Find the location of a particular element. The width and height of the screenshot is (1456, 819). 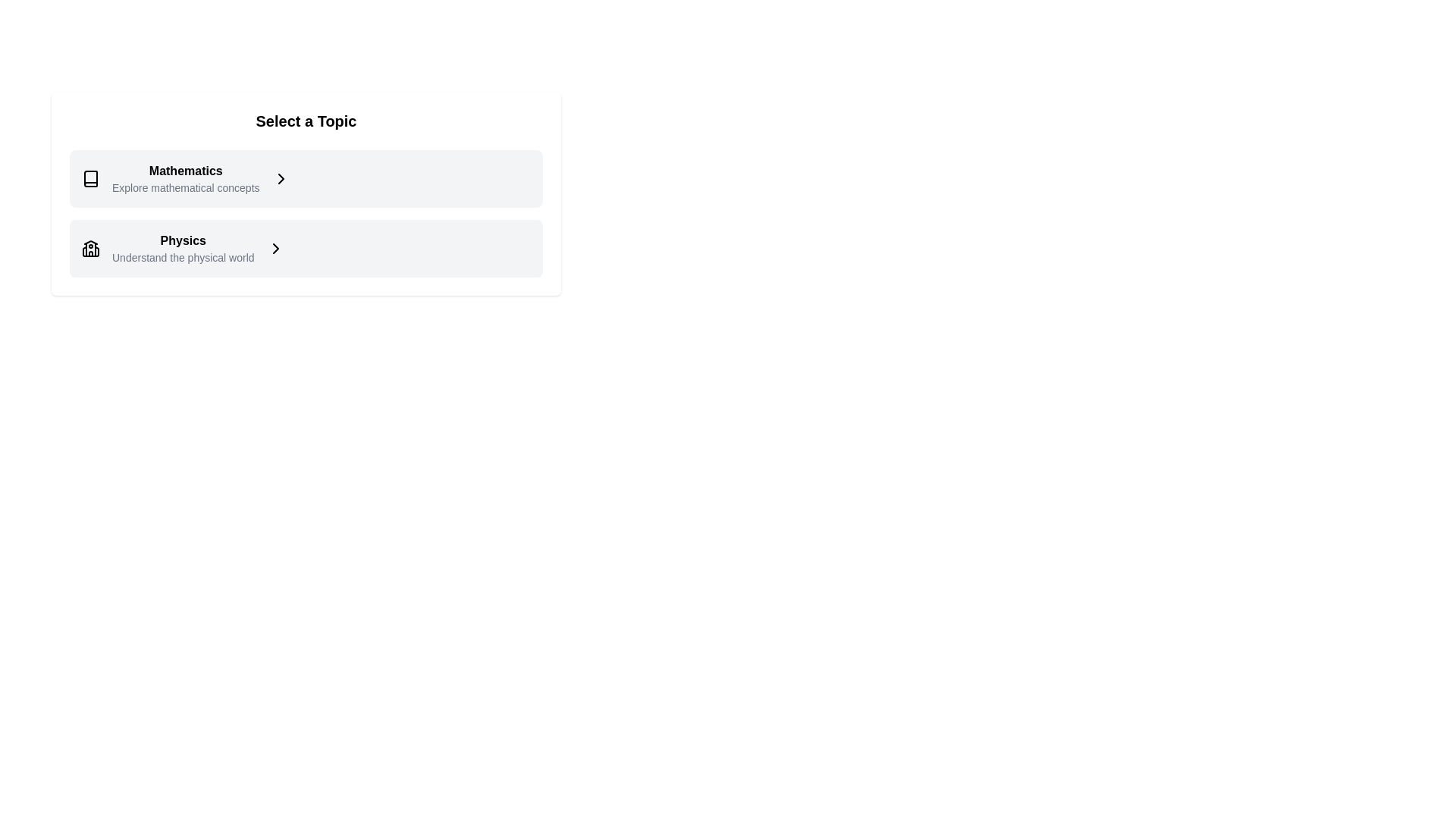

the decorative SVG icon representing a book, which visually supports the 'Mathematics' topic's label, located on the left side of the 'Mathematics' selectable option is located at coordinates (90, 177).